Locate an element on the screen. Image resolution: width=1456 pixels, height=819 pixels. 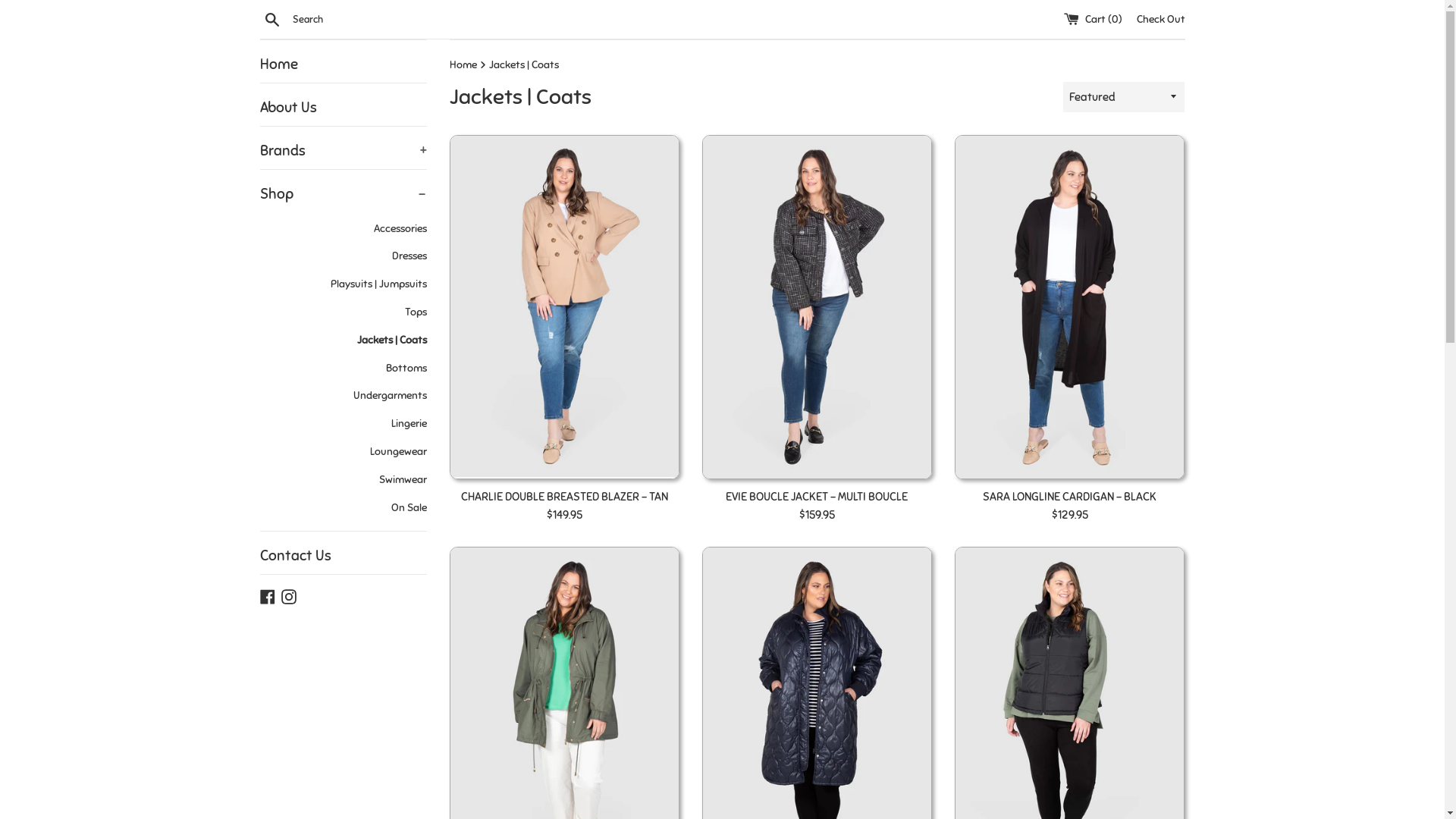
'Brands is located at coordinates (259, 151).